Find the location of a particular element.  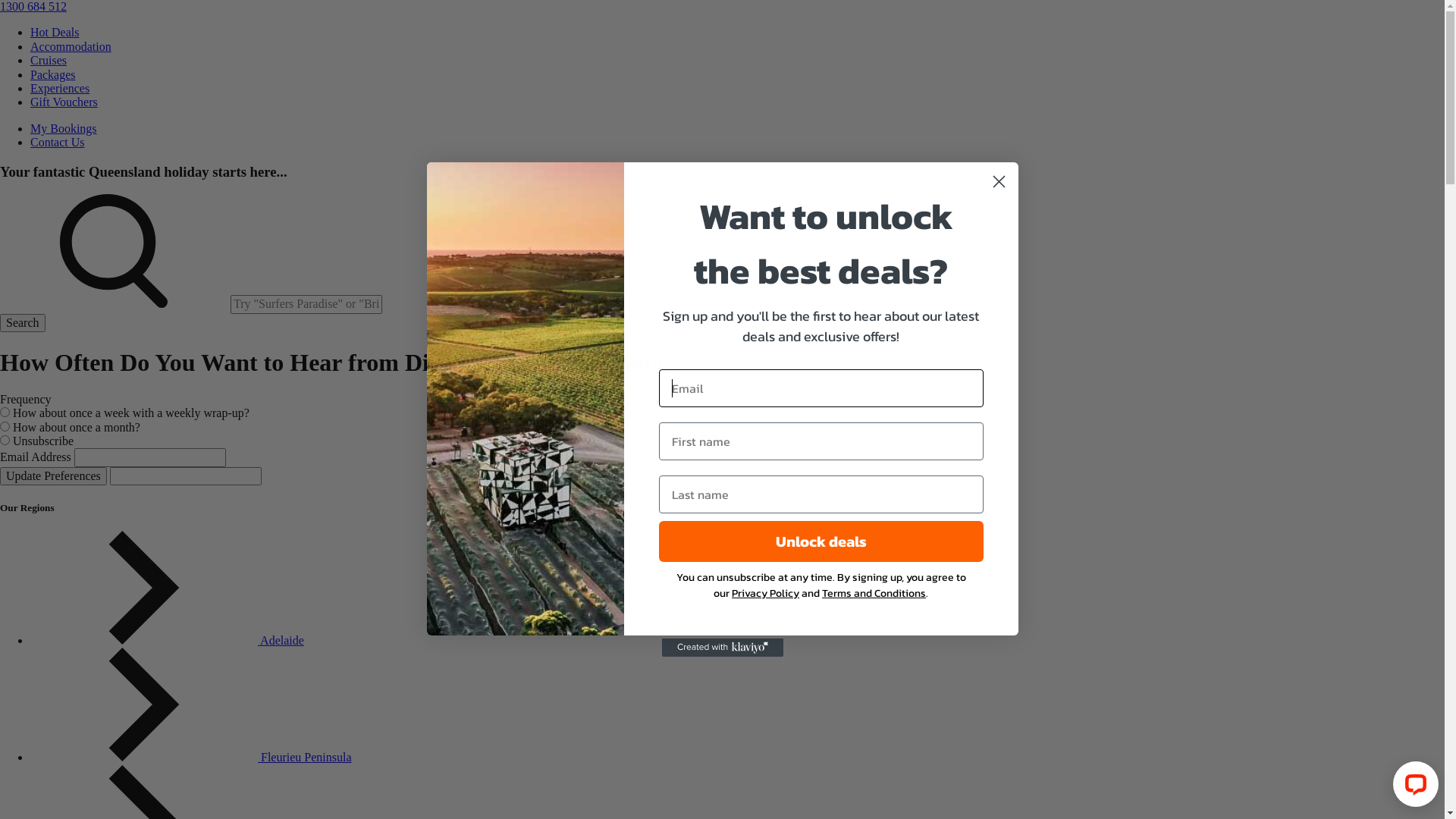

'Close dialog 1' is located at coordinates (999, 180).